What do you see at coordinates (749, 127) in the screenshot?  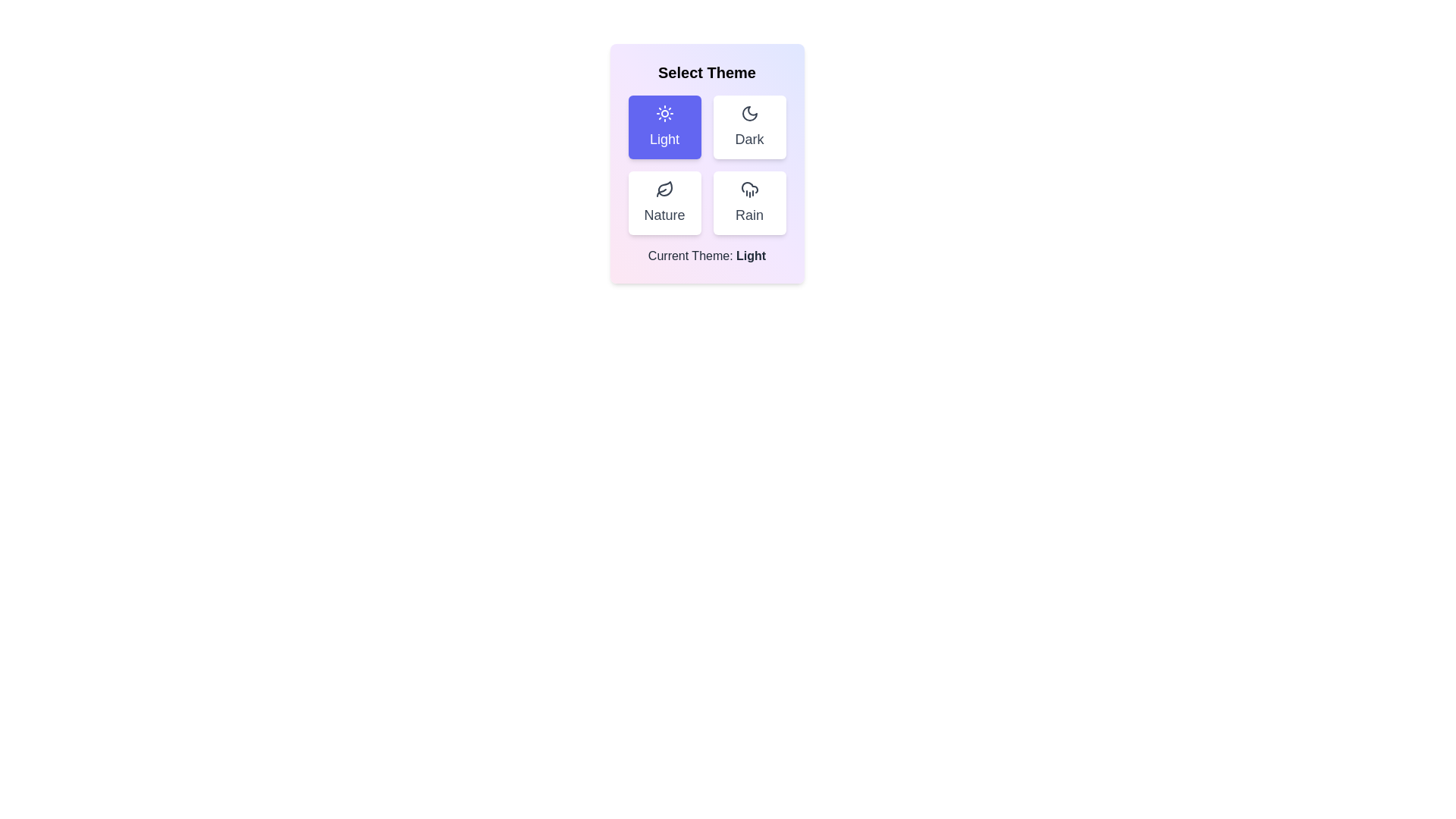 I see `the theme Dark by clicking the corresponding button` at bounding box center [749, 127].